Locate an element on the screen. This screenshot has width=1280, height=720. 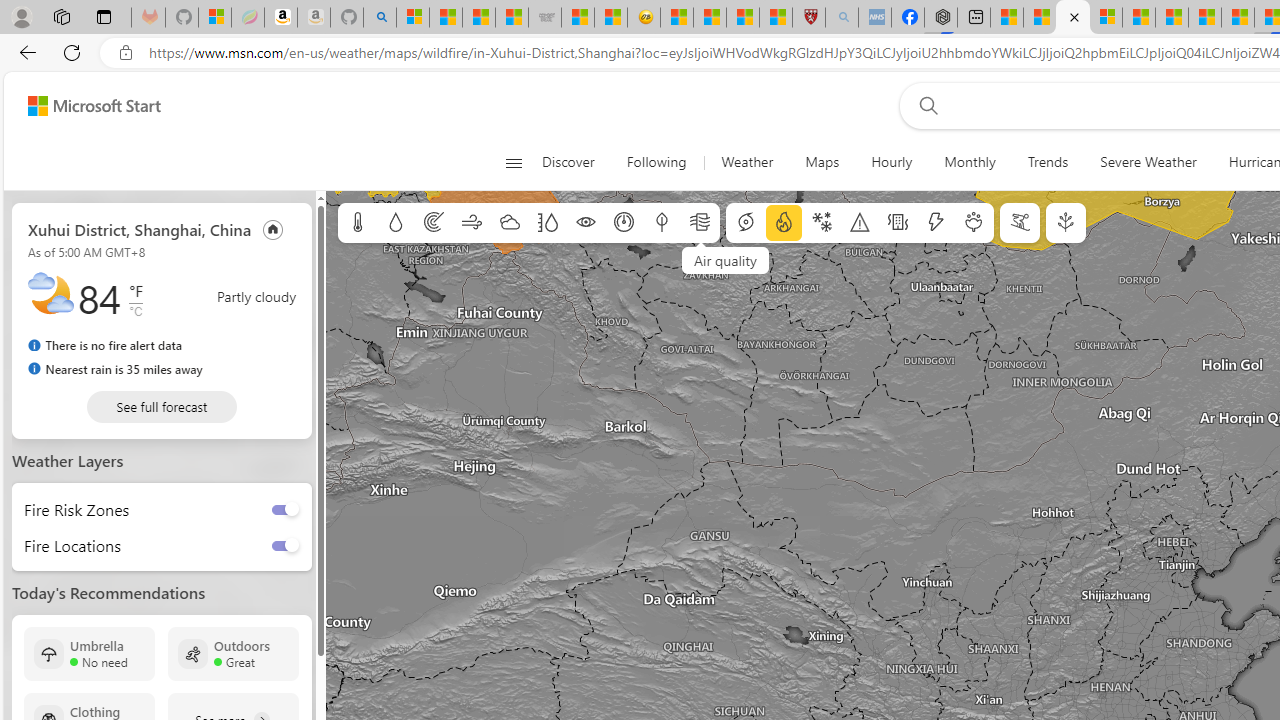
'Precipitation' is located at coordinates (395, 223).